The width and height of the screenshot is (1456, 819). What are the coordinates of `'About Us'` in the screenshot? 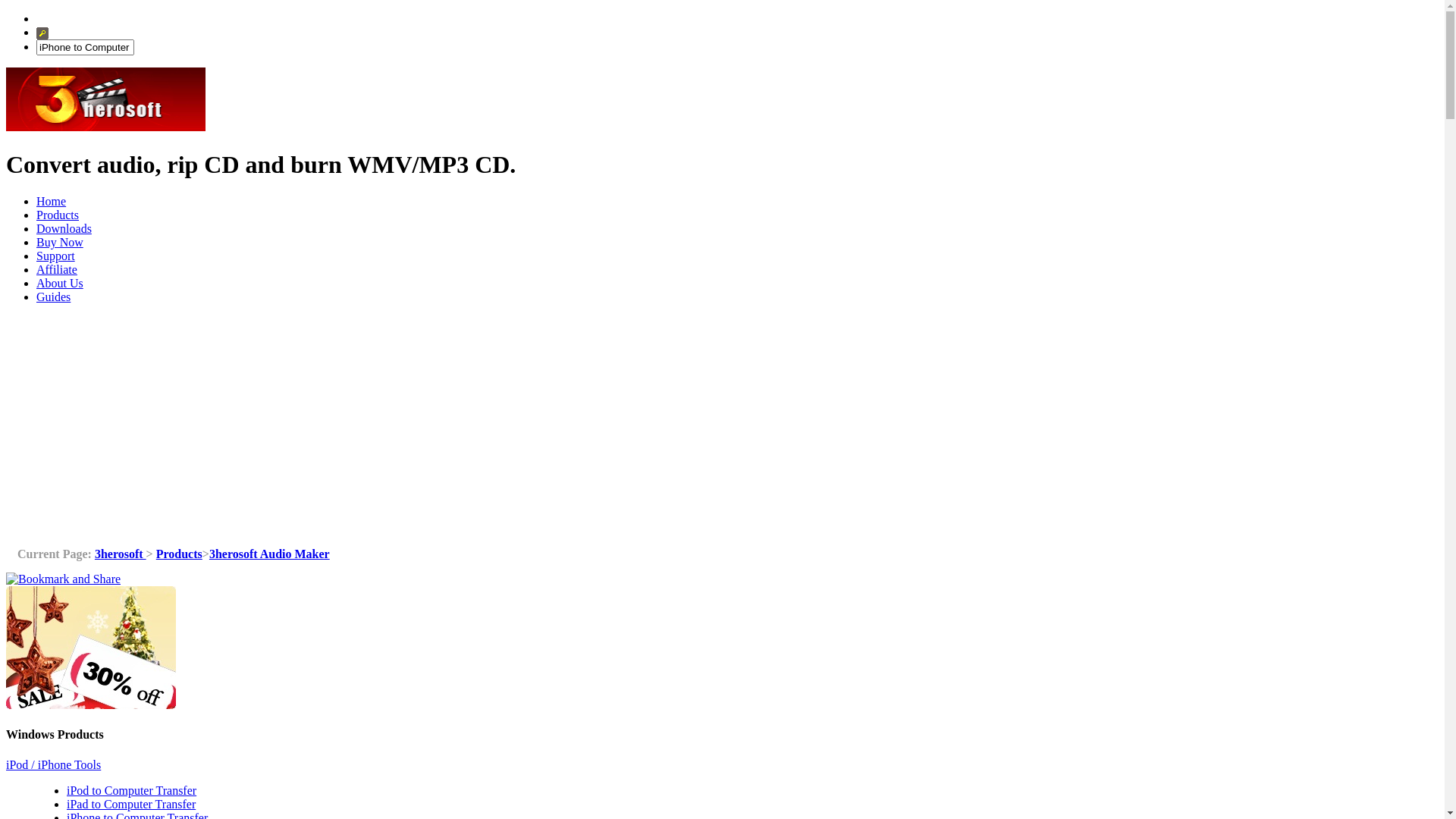 It's located at (36, 283).